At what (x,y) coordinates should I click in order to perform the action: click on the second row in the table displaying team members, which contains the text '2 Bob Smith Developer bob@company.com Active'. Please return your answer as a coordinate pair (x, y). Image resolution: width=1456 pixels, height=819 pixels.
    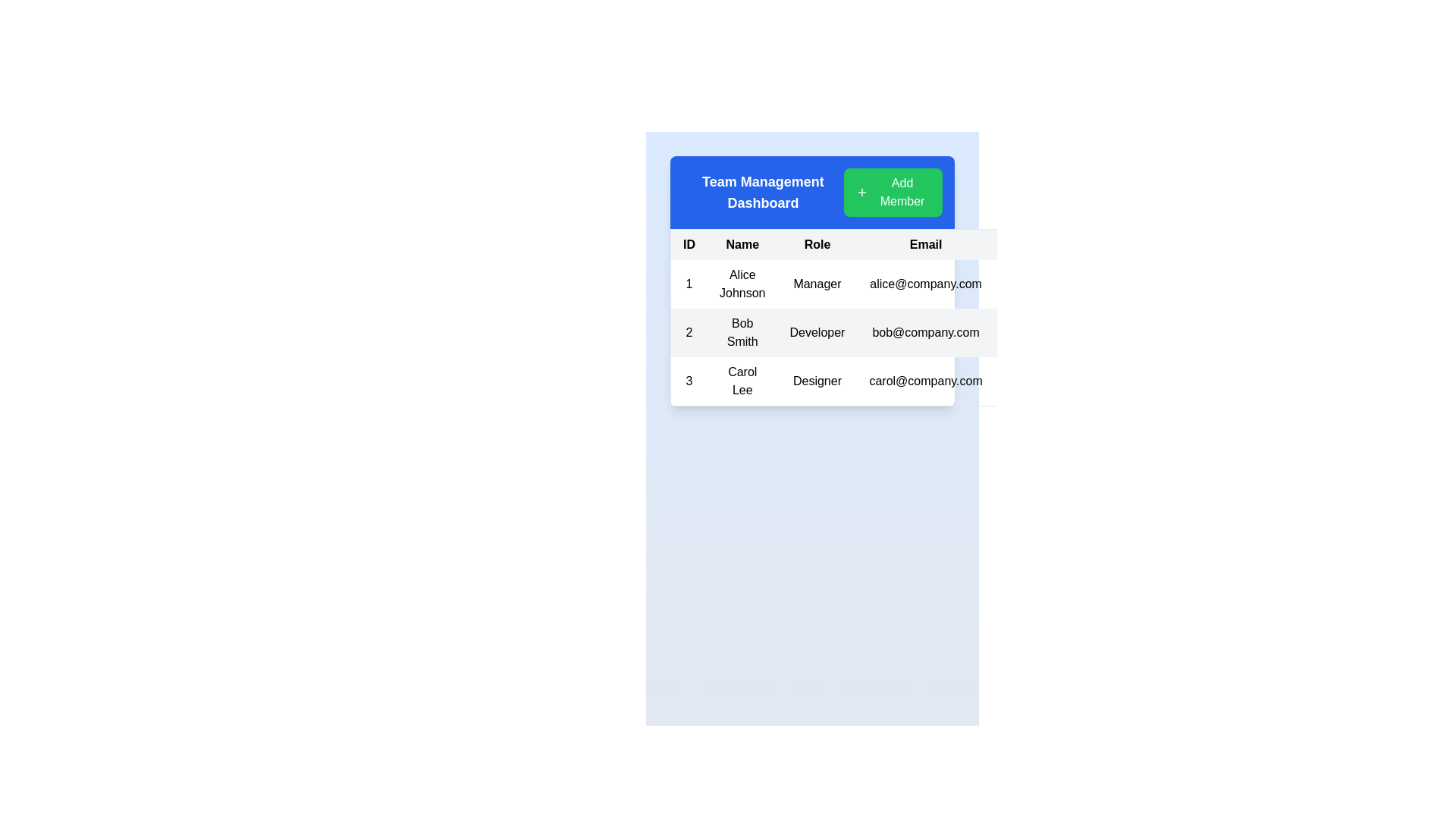
    Looking at the image, I should click on (904, 332).